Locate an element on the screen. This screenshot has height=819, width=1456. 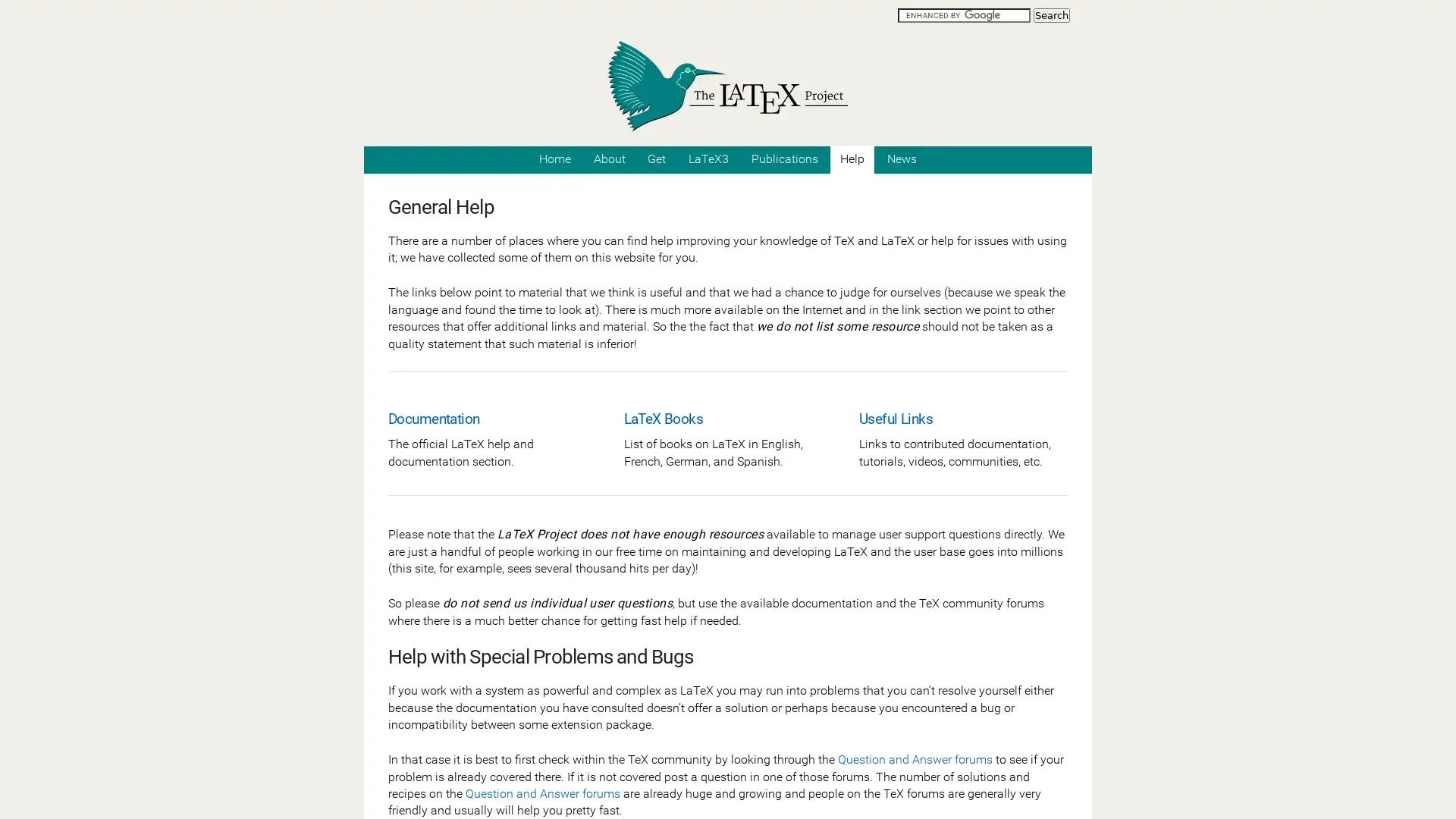
Search is located at coordinates (1051, 15).